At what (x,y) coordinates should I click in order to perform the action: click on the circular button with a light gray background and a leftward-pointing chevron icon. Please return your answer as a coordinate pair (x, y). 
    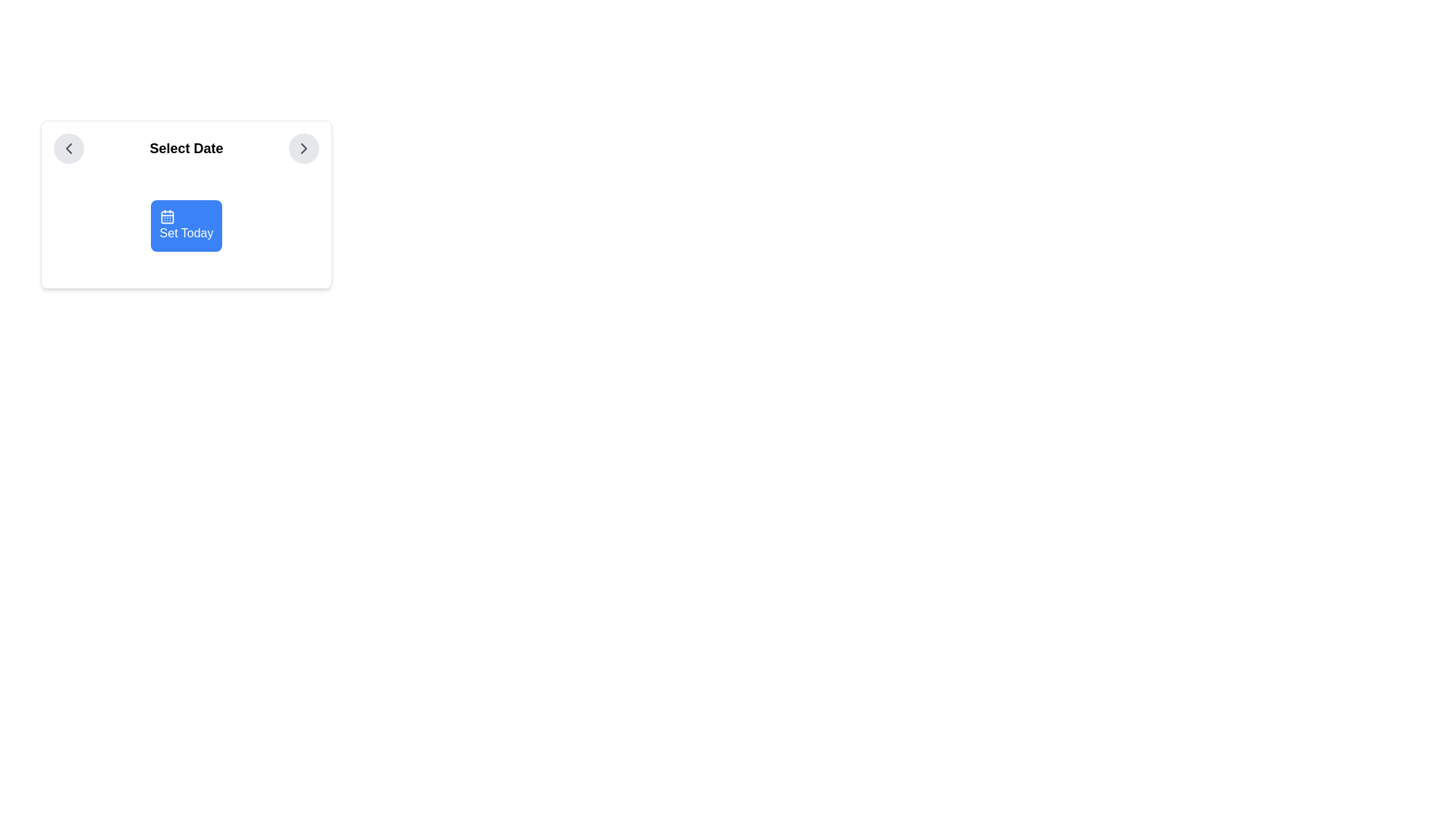
    Looking at the image, I should click on (68, 149).